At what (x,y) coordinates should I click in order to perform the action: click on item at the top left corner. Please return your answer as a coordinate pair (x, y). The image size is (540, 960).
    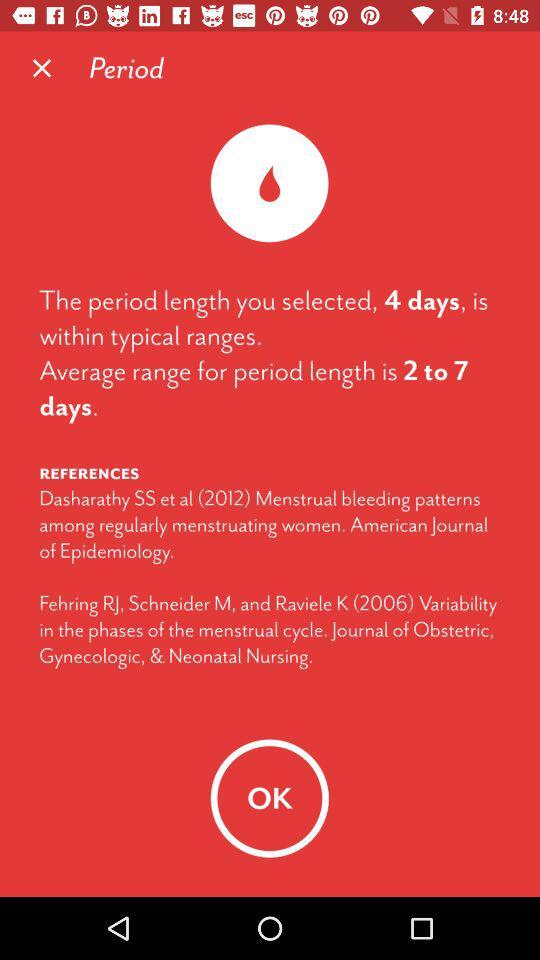
    Looking at the image, I should click on (42, 68).